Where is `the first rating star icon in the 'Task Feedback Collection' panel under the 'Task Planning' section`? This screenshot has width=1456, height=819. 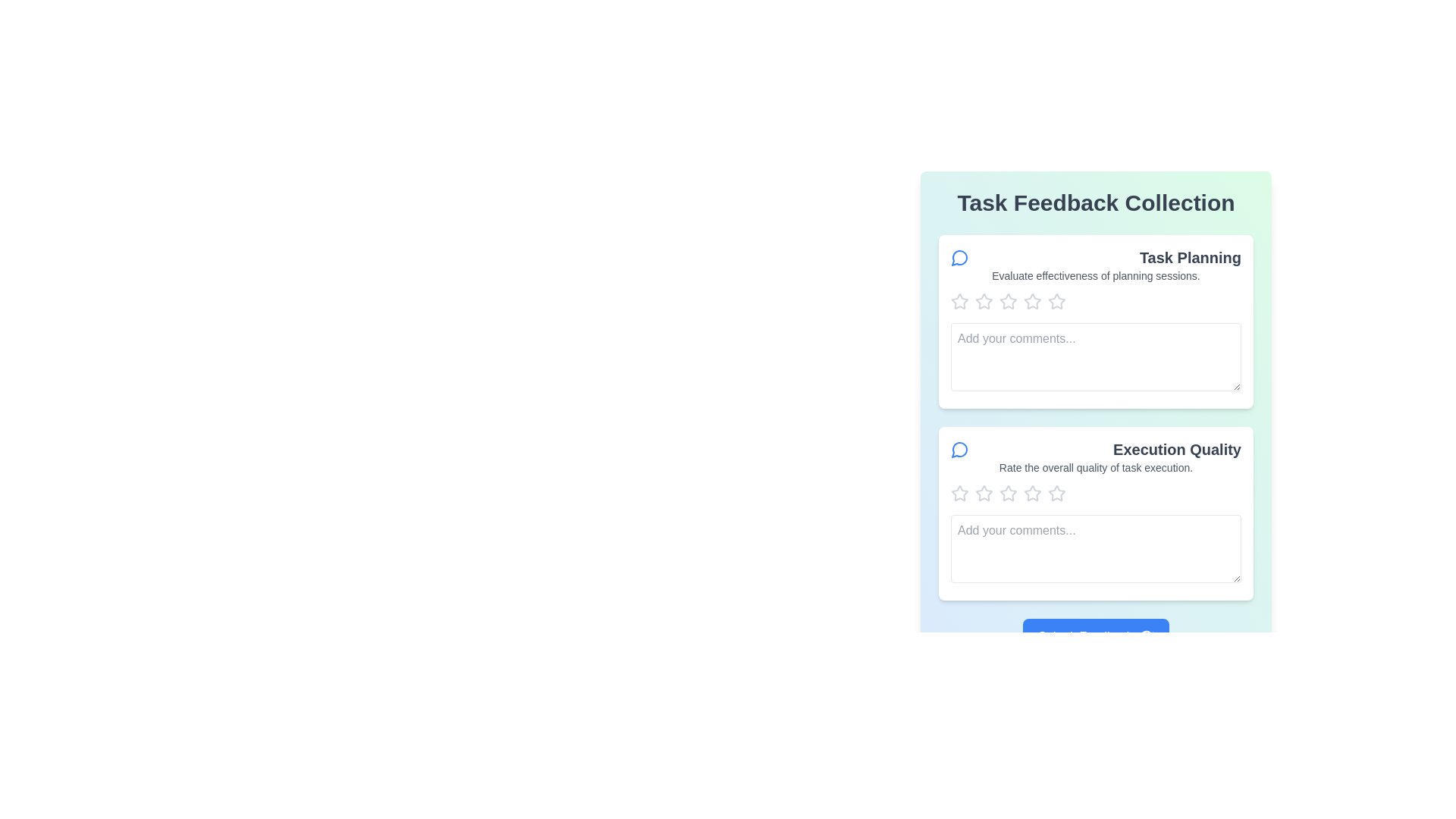 the first rating star icon in the 'Task Feedback Collection' panel under the 'Task Planning' section is located at coordinates (959, 301).